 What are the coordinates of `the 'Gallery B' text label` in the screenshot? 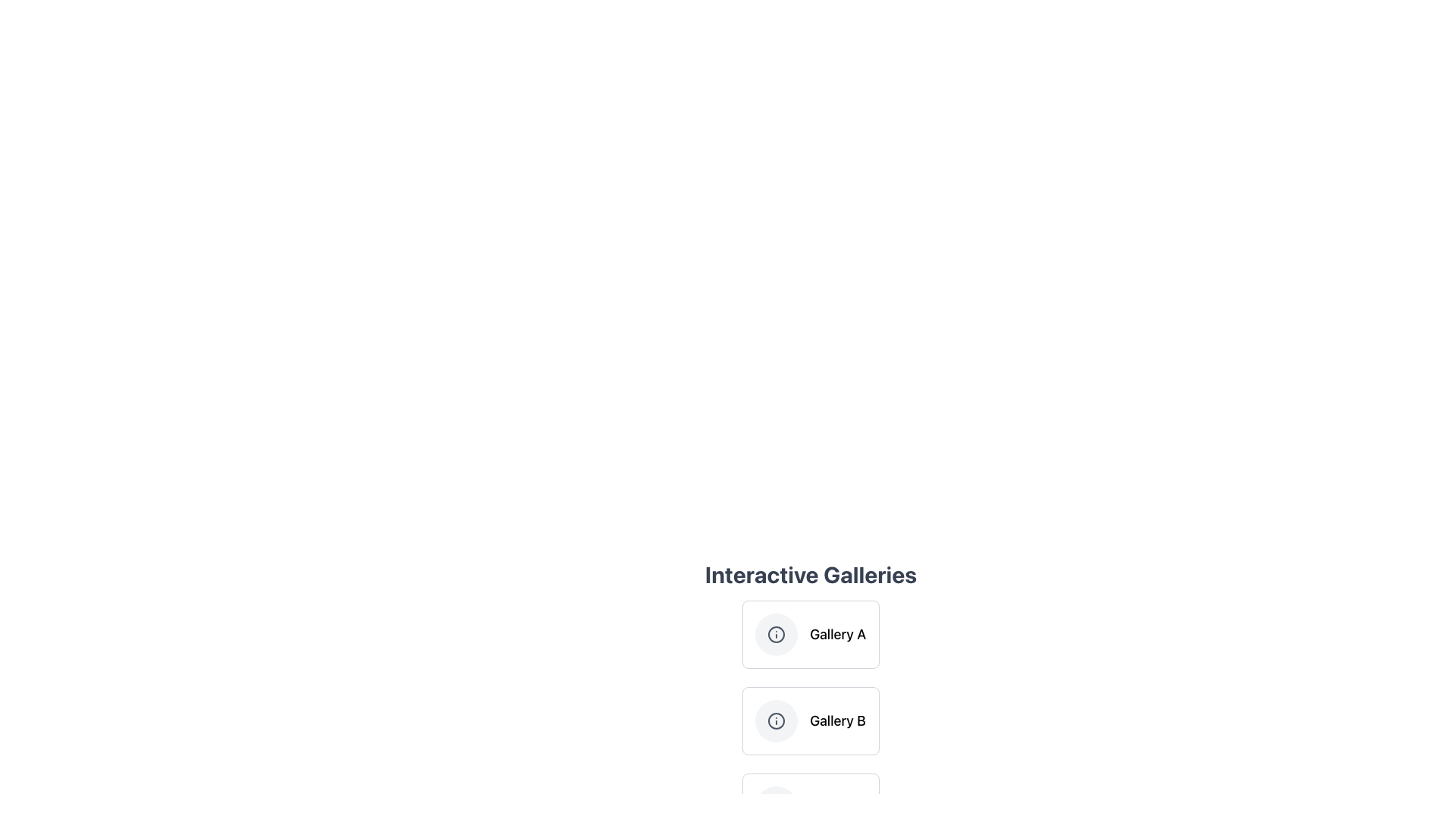 It's located at (836, 720).